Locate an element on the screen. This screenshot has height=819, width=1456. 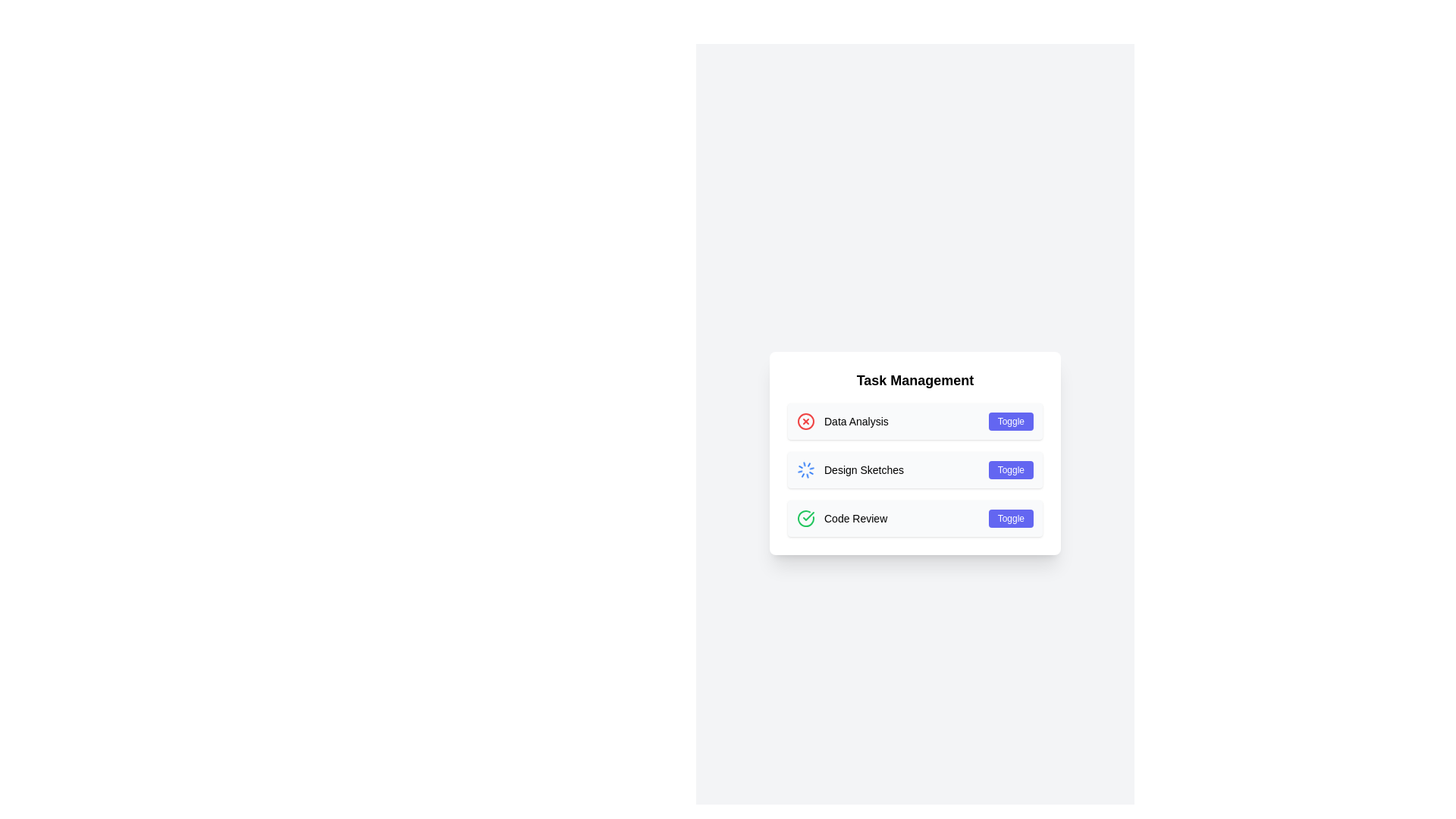
the prominent circular close/delete icon with a red border and 'X' shape, located is located at coordinates (805, 421).